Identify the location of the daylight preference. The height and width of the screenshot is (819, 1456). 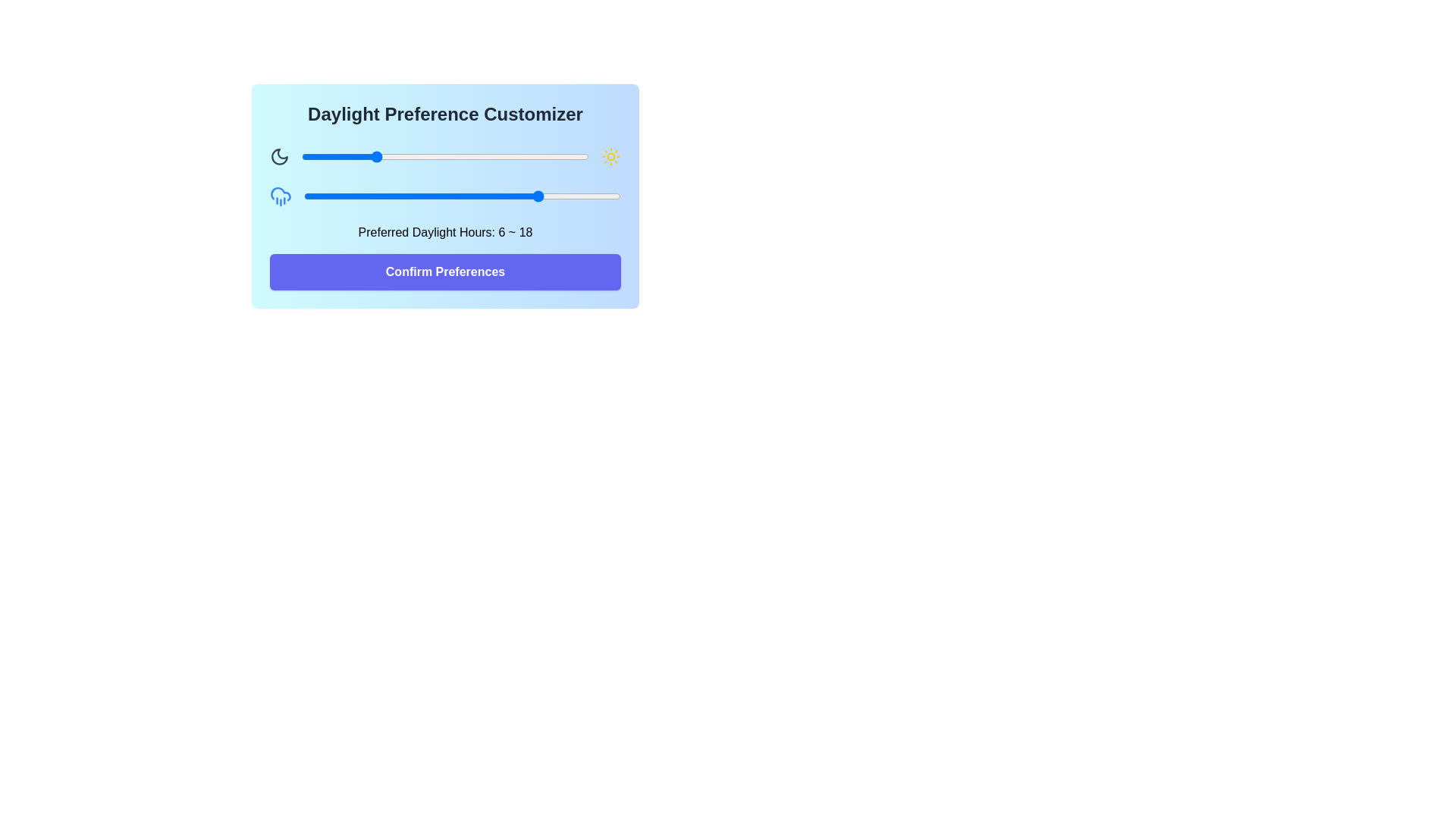
(607, 195).